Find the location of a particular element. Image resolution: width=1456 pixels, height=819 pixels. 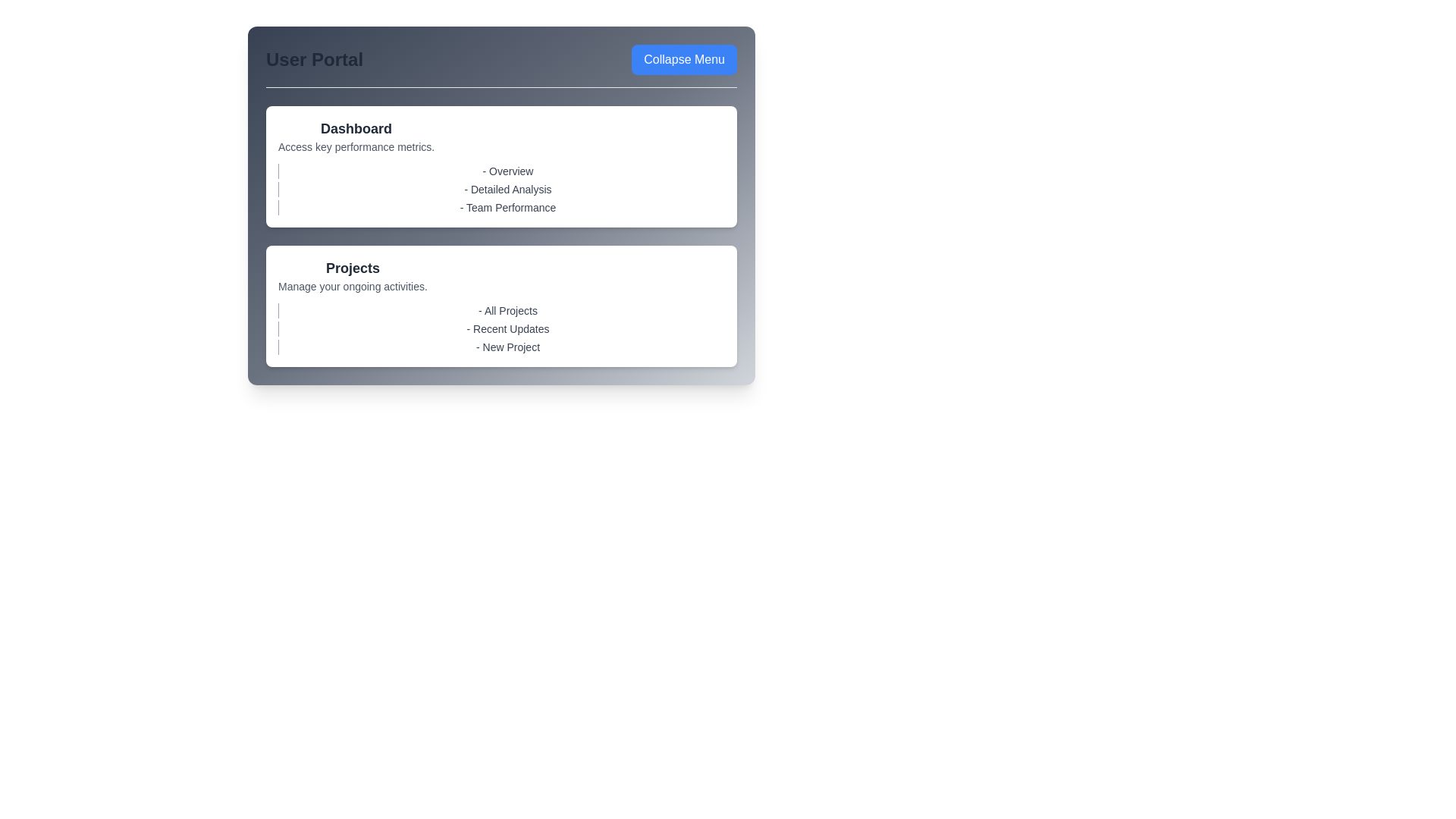

the 'Projects' category to expand its details is located at coordinates (352, 268).